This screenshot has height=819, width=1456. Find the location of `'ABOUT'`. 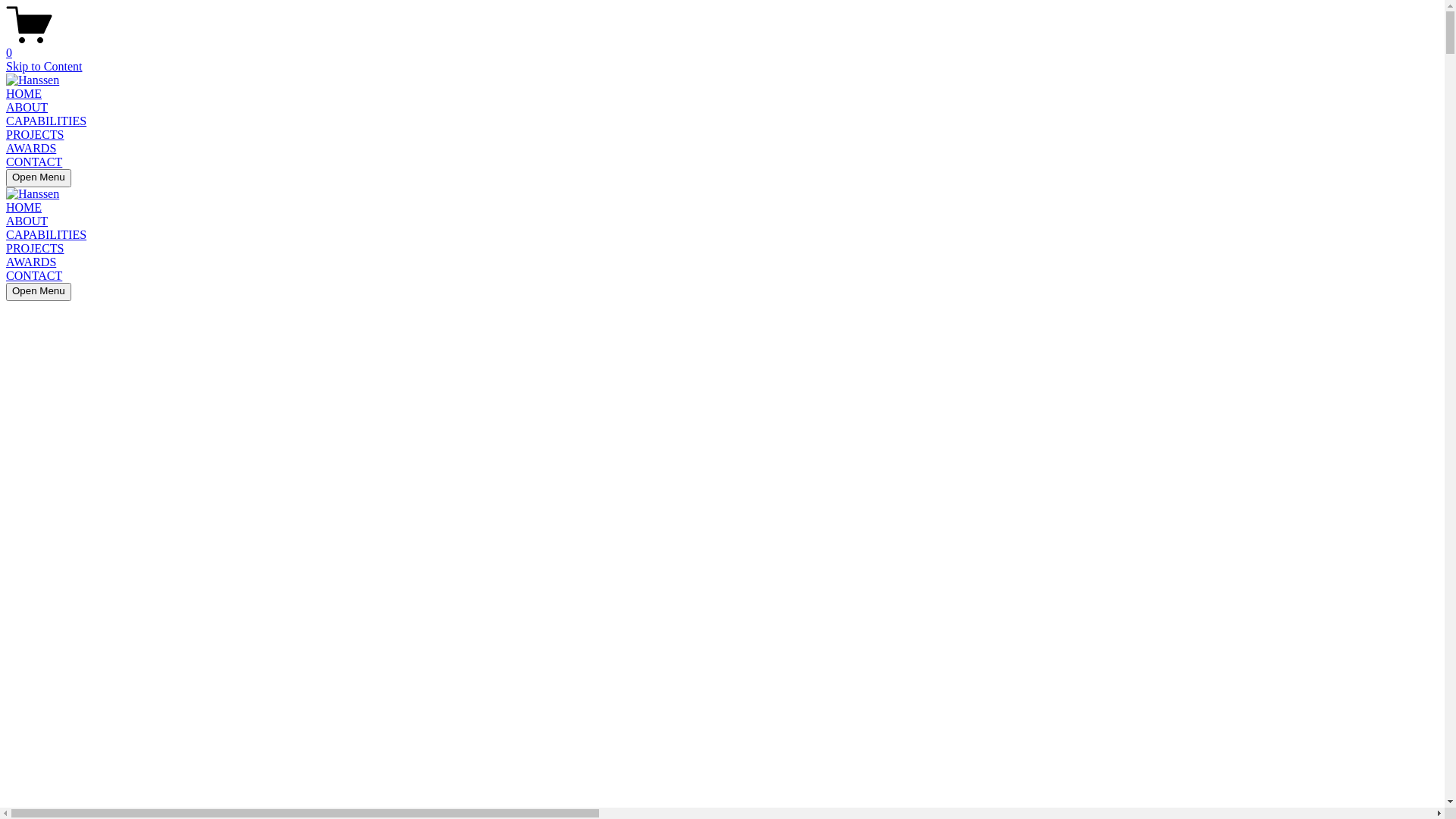

'ABOUT' is located at coordinates (27, 106).